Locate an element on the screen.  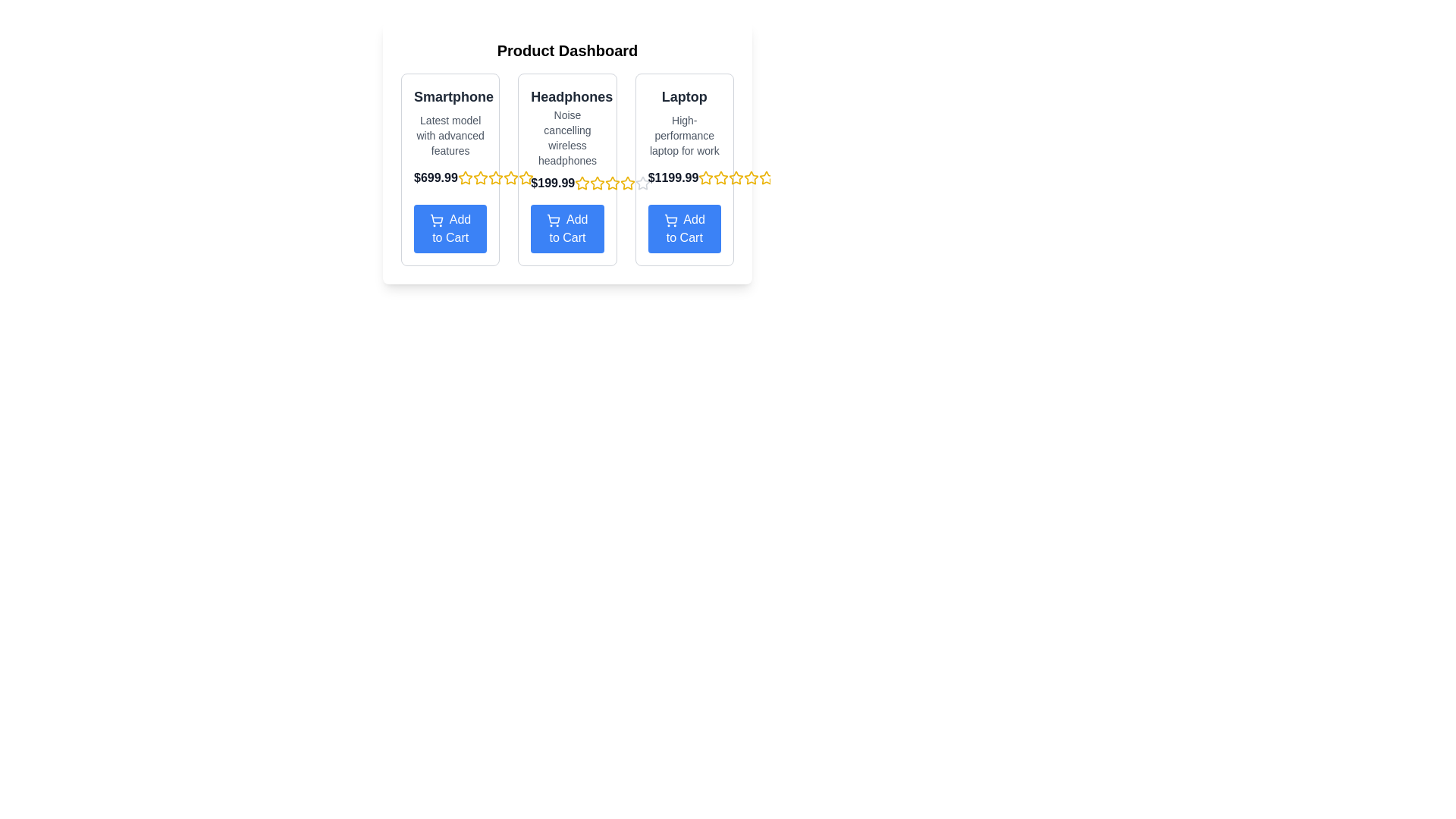
the fifth star-shaped icon for rating, which is outlined in yellow and located under the price section of the 'Laptop' product card is located at coordinates (705, 177).